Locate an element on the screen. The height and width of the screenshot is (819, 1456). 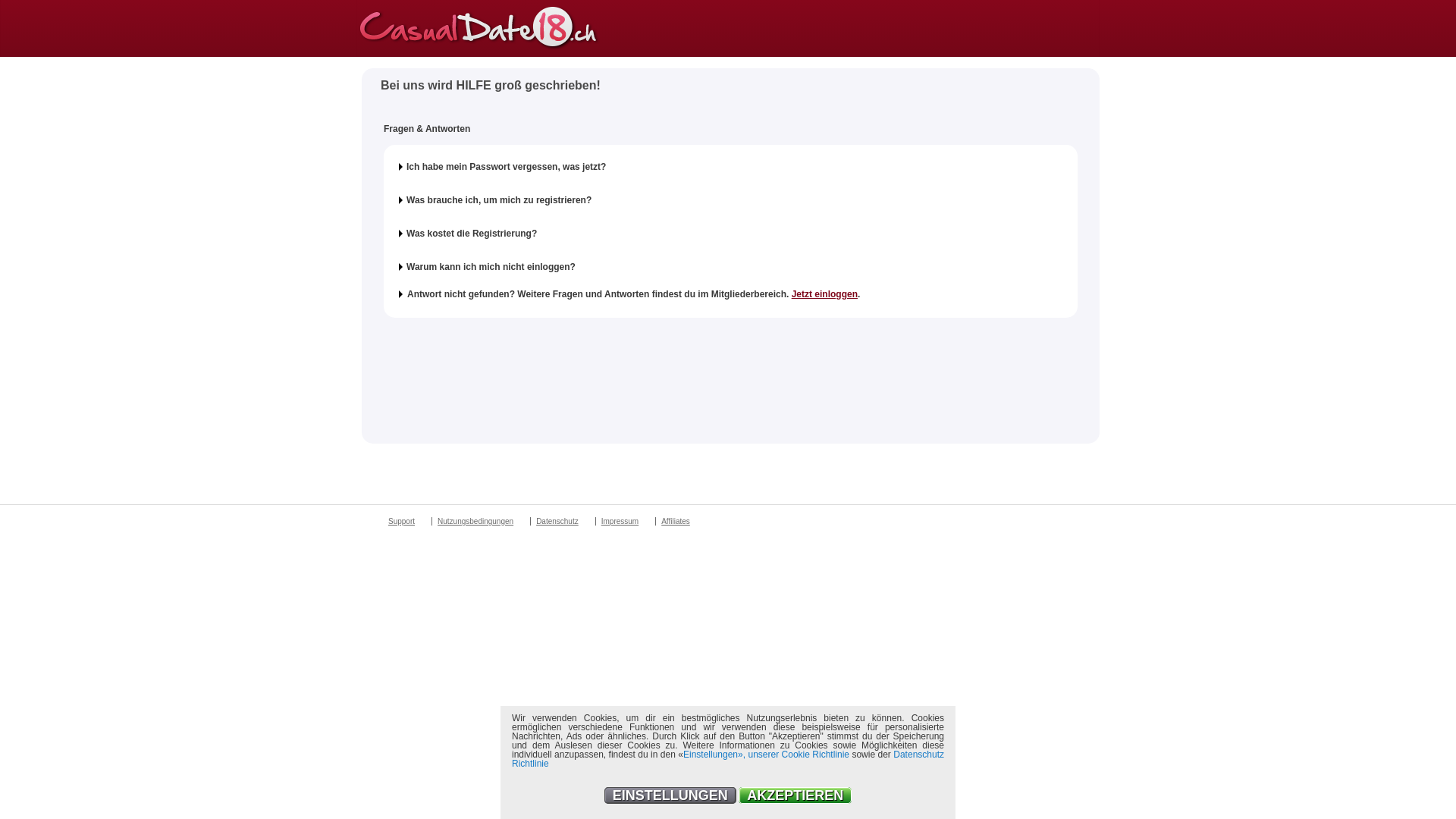
'EINSTELLUNGEN' is located at coordinates (603, 795).